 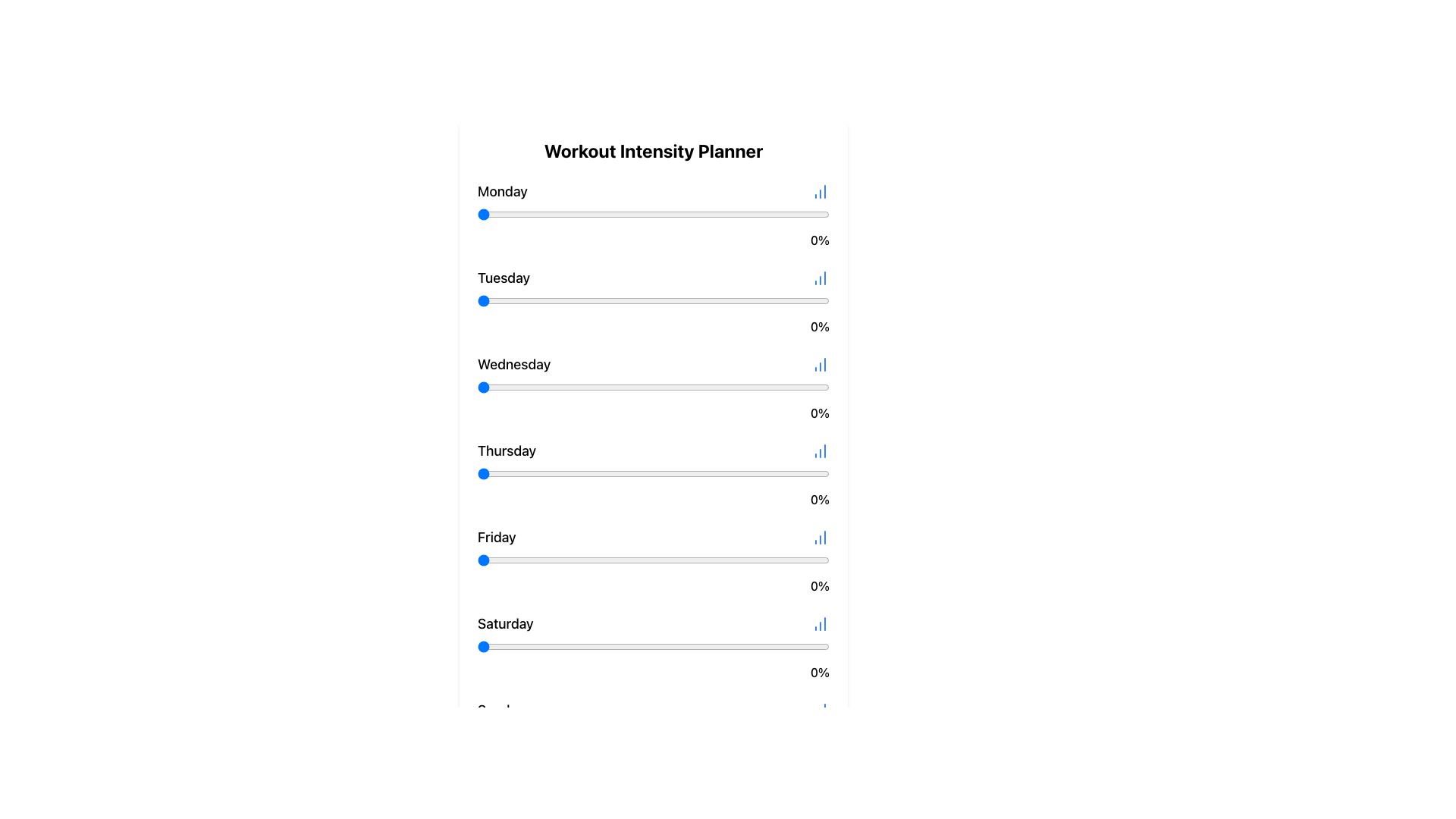 I want to click on the workout intensity for Monday, so click(x=657, y=214).